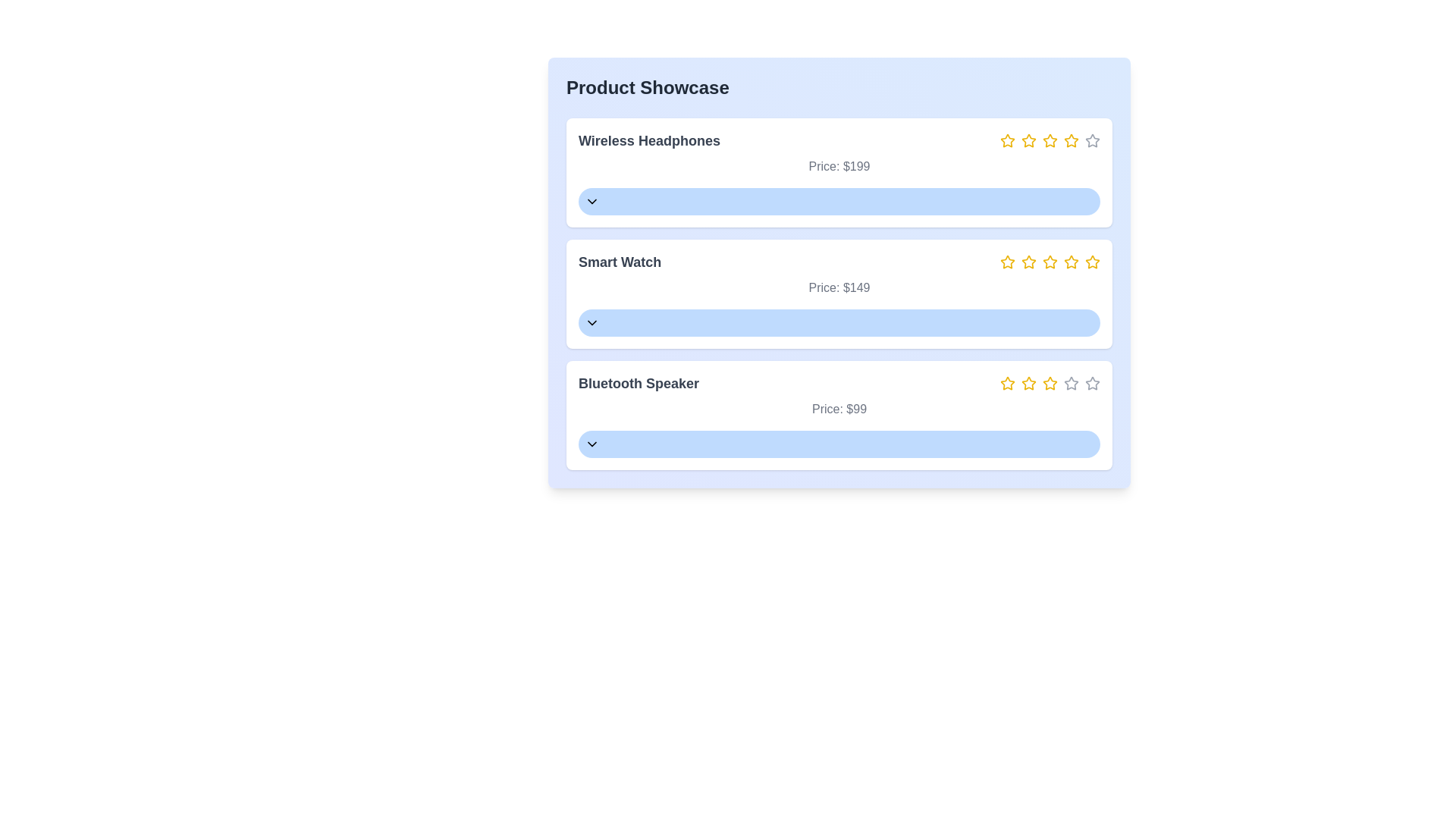  I want to click on the product title 'Wireless Headphones' in the product showcase, so click(839, 140).